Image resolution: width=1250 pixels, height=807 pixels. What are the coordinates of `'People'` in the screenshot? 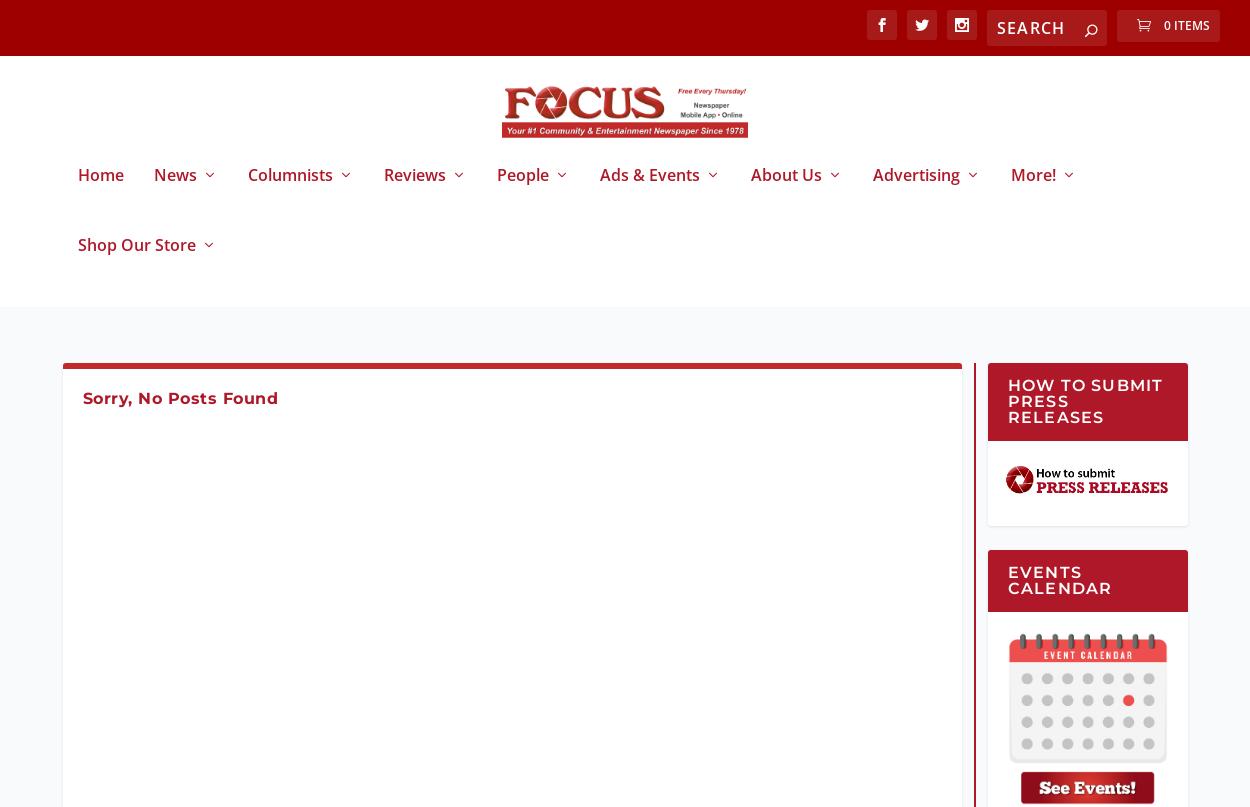 It's located at (522, 191).